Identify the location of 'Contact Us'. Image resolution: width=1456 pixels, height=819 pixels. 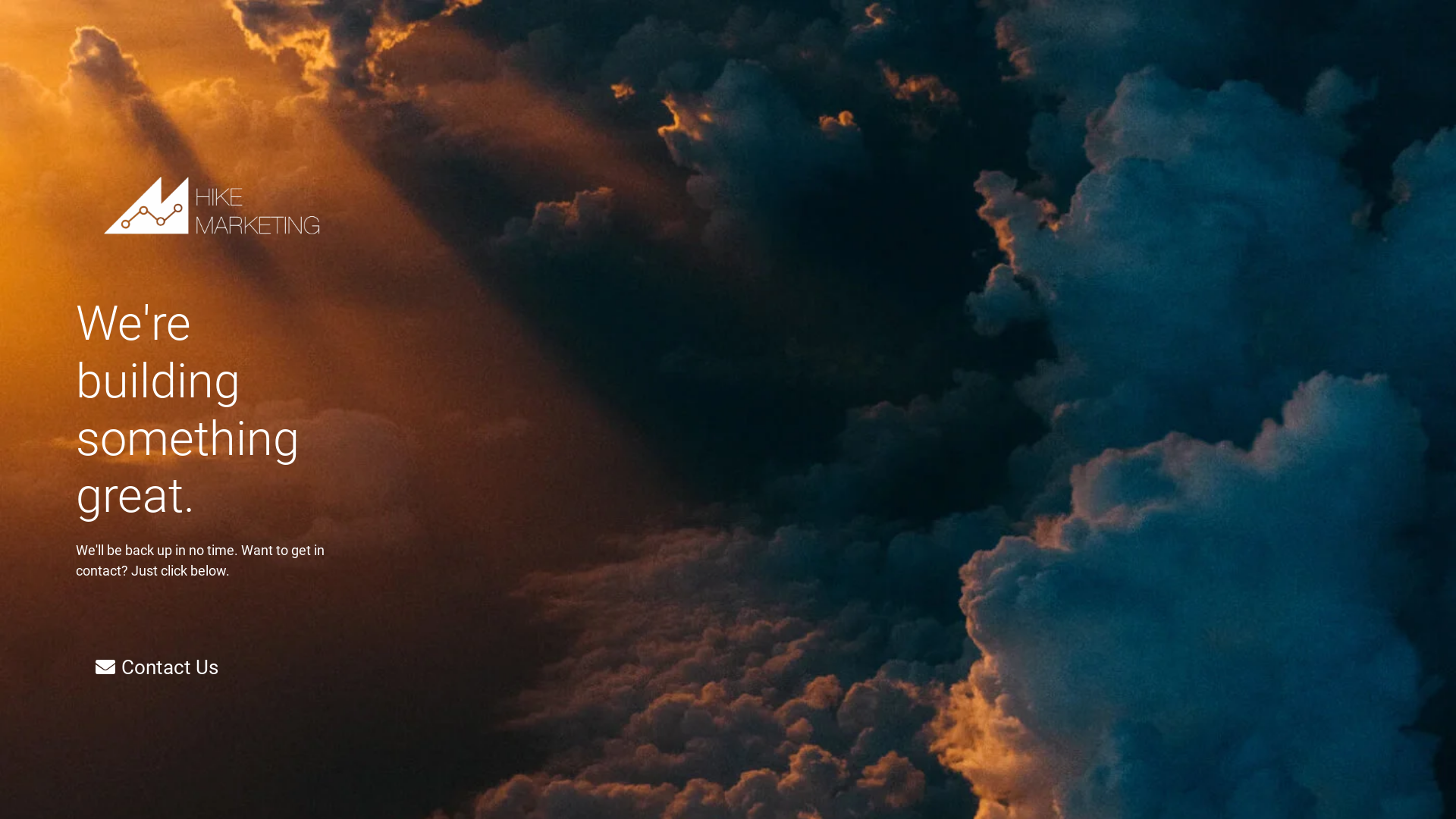
(156, 666).